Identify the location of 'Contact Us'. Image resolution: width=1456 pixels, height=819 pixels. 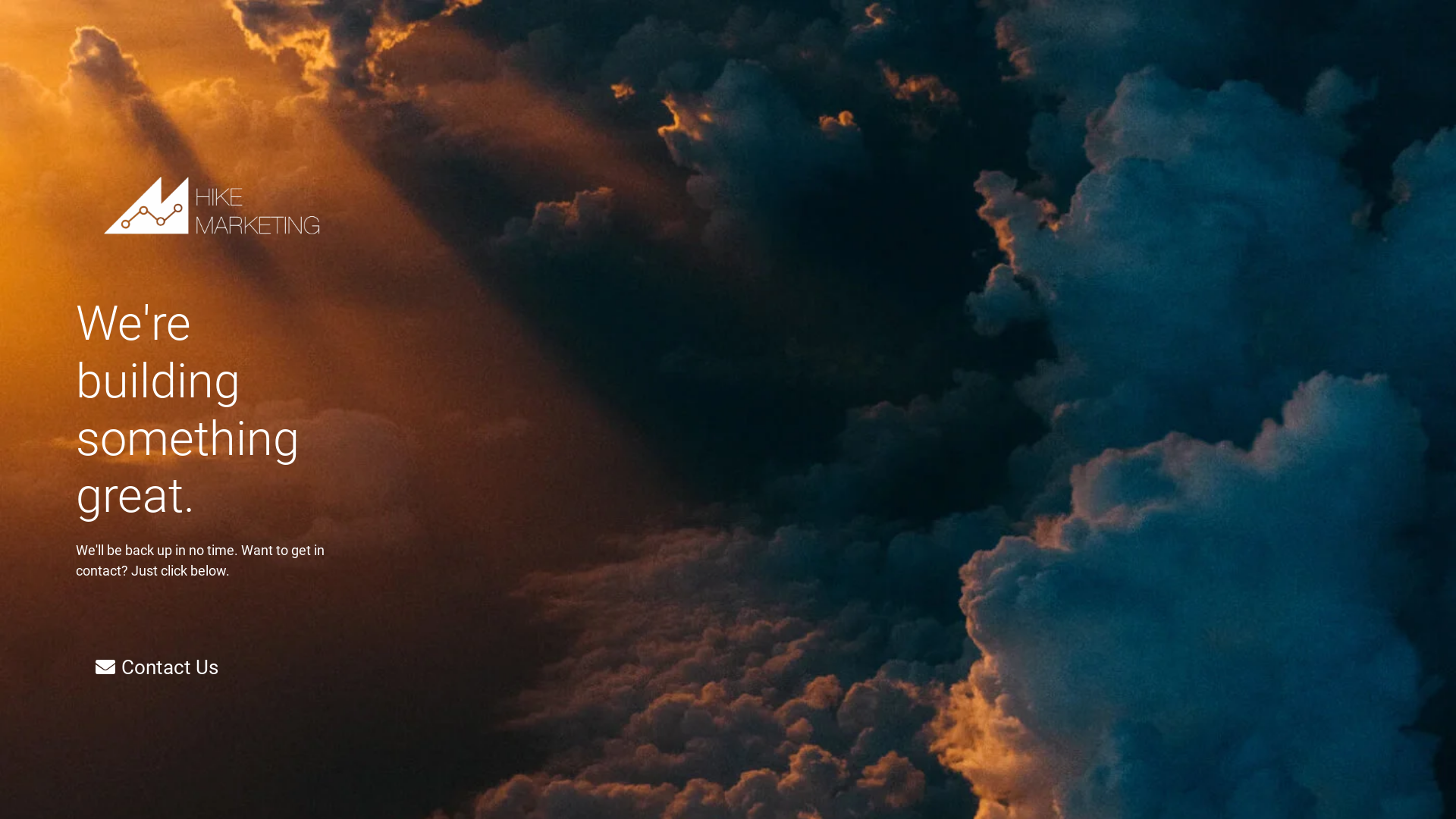
(156, 666).